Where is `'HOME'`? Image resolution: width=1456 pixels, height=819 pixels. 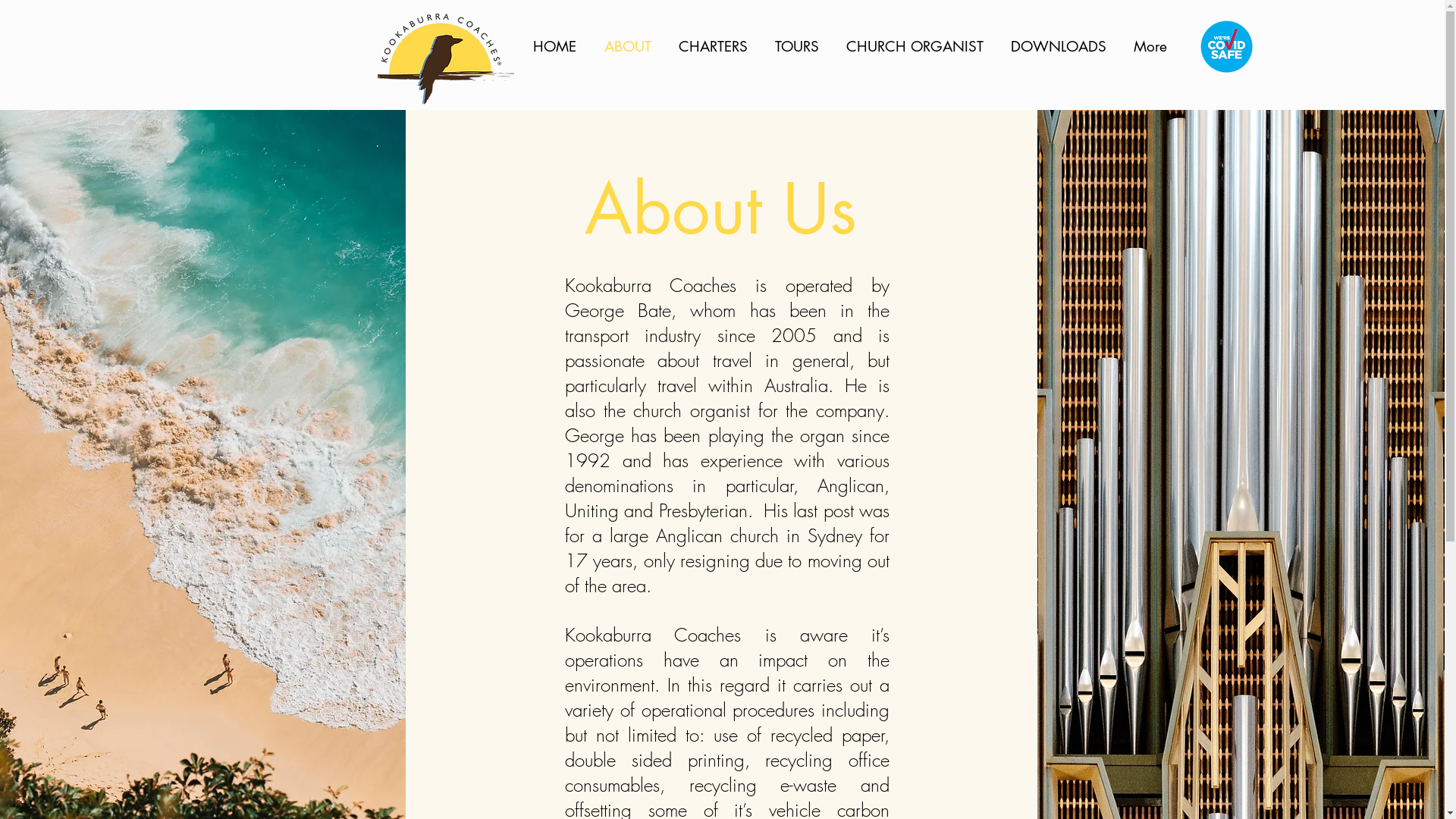
'HOME' is located at coordinates (521, 45).